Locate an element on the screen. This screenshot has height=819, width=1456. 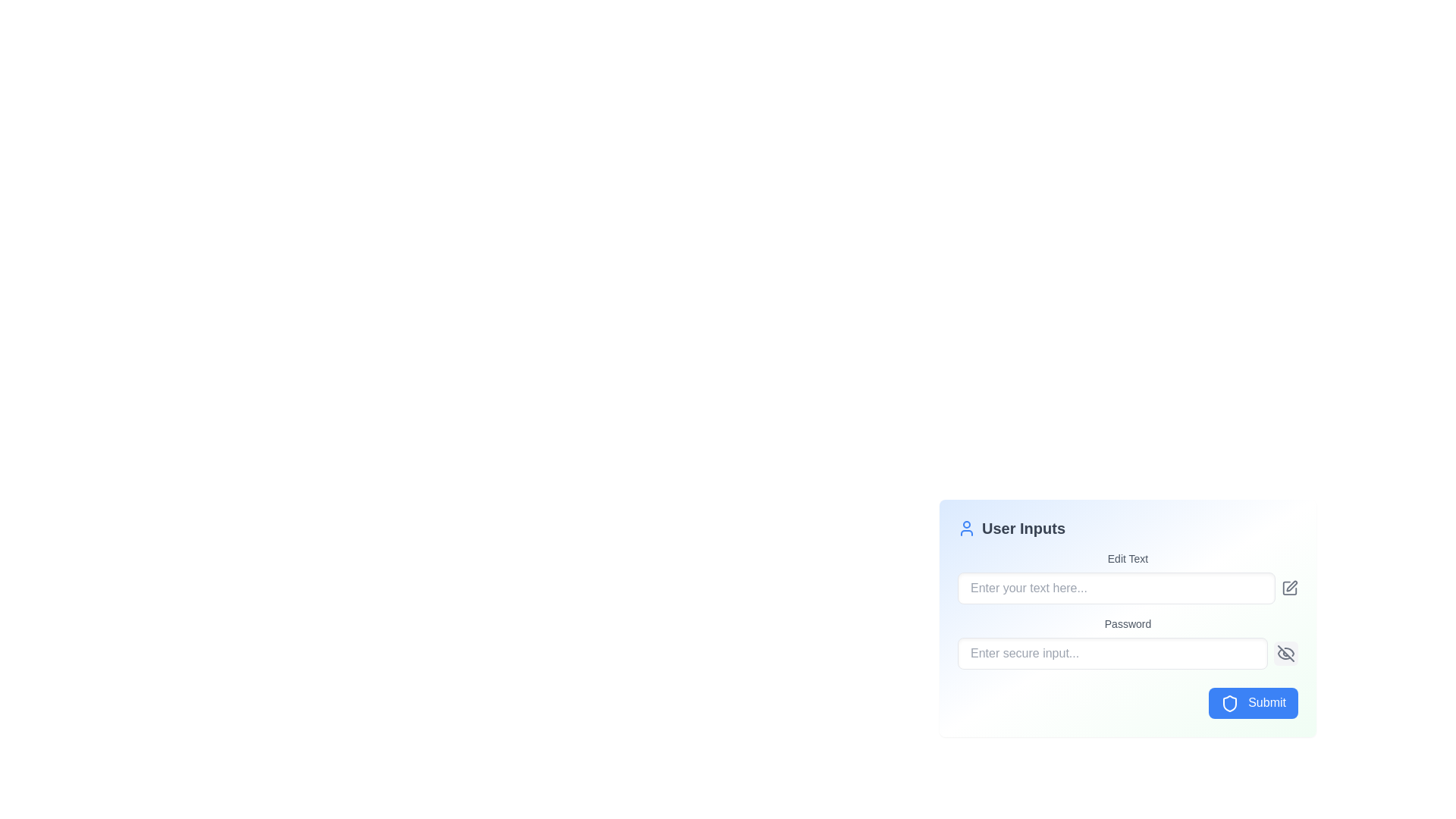
the gray vector graphic icon representing a pen or editing tool located within the 'Edit Text' field in the 'User Inputs' form is located at coordinates (1291, 585).